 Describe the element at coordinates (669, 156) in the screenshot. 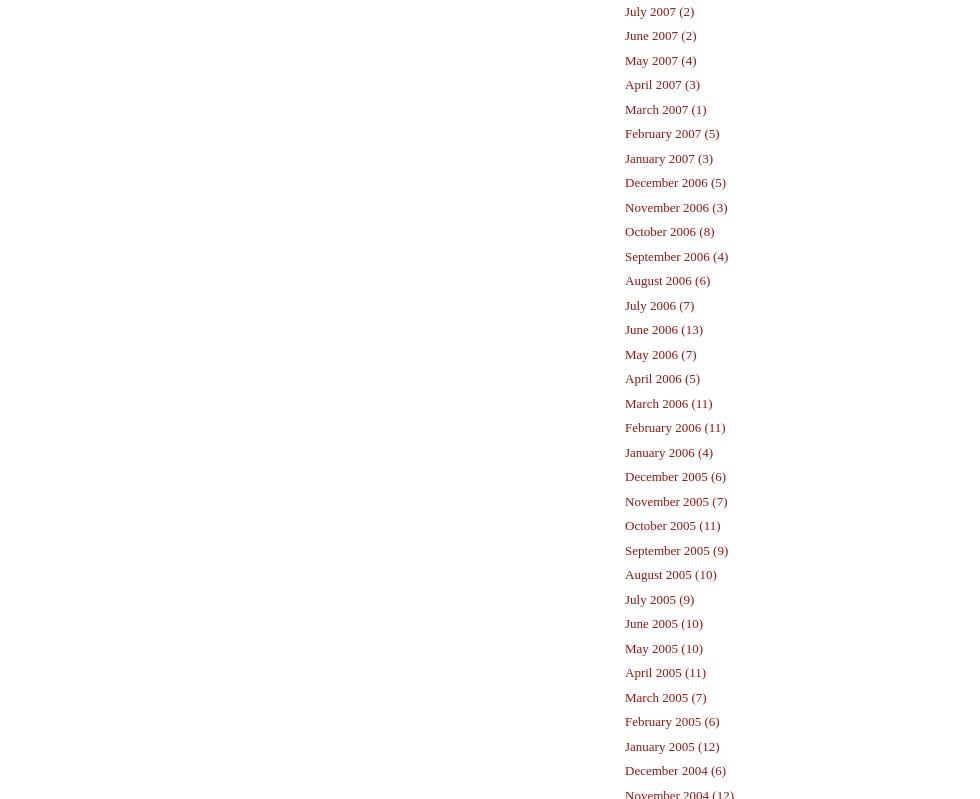

I see `'January 2007 (3)'` at that location.